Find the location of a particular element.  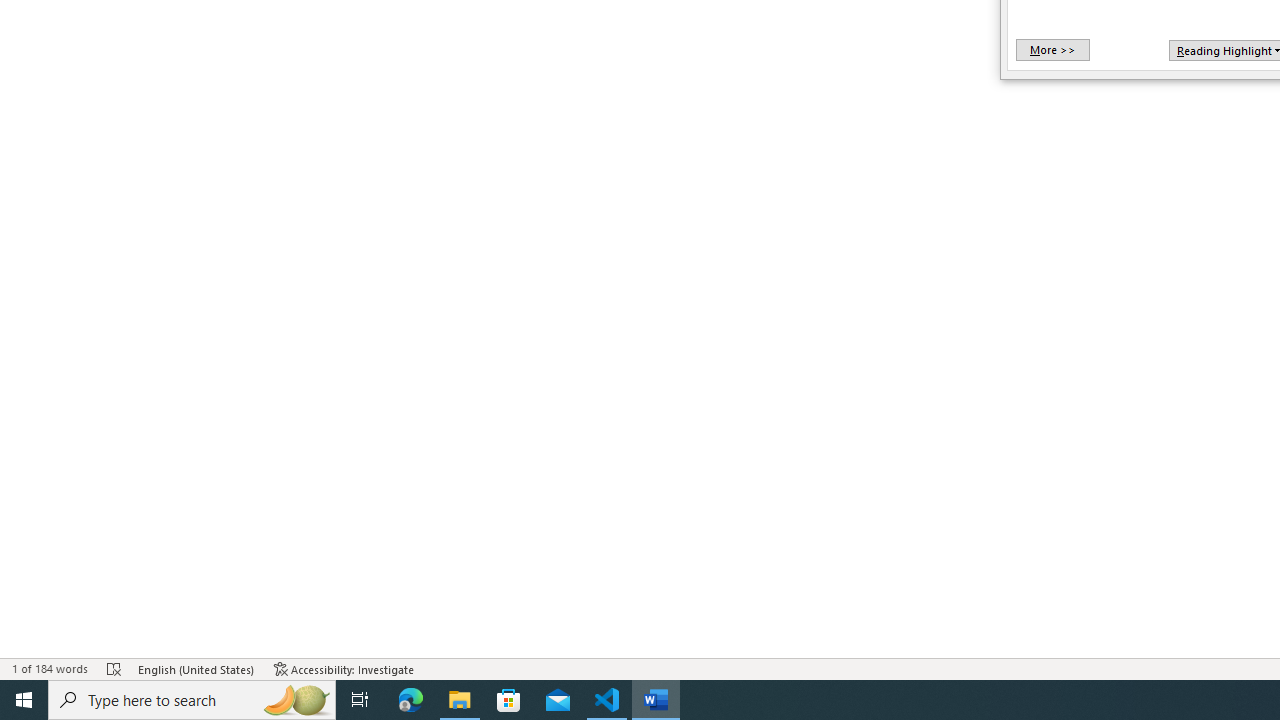

'Microsoft Edge' is located at coordinates (410, 698).